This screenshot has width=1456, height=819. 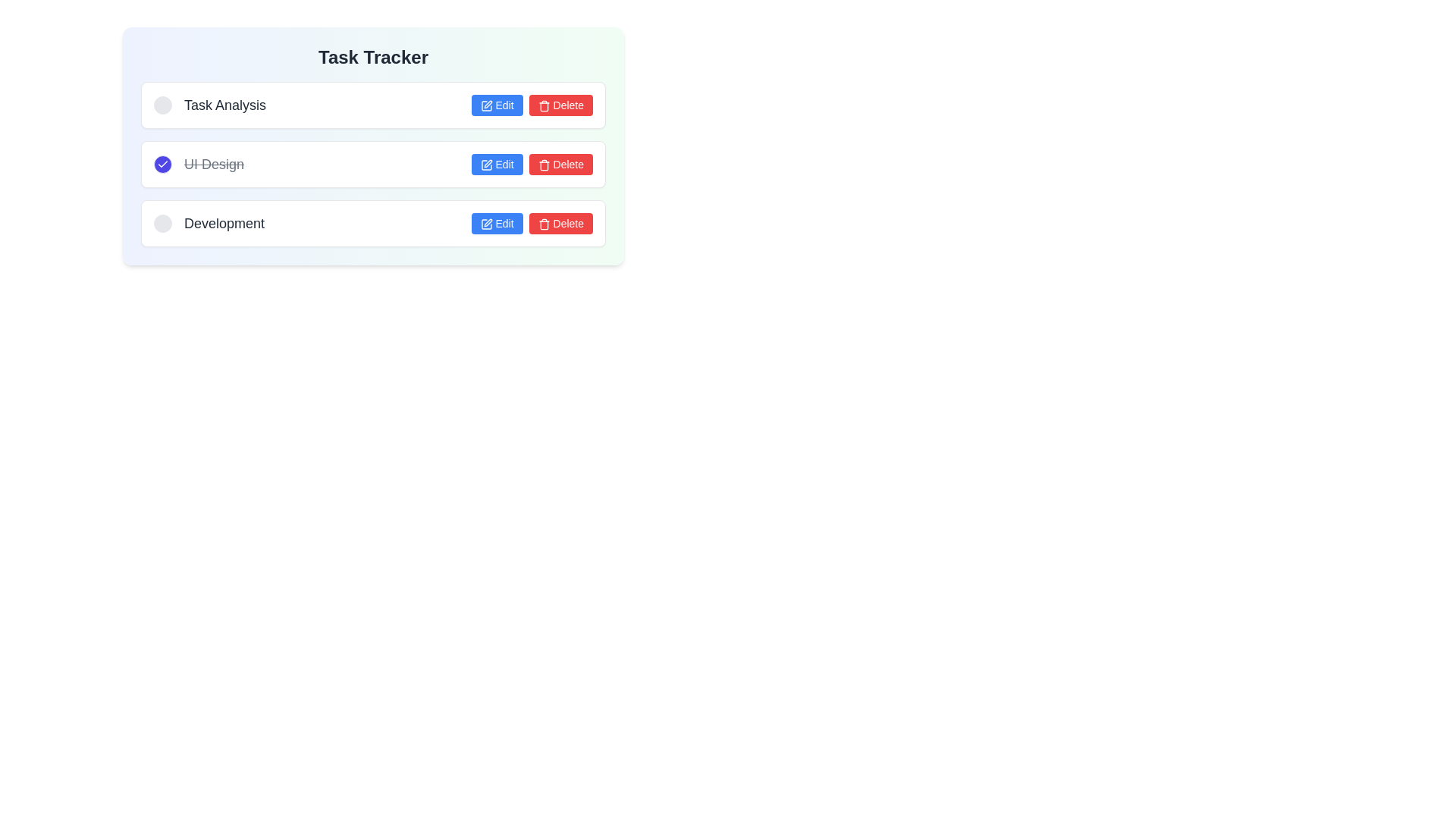 I want to click on the text label reading 'Development' located in the task list titled 'Task Tracker', specifically in the third row, positioned to the right of a circular checkbox, so click(x=209, y=223).